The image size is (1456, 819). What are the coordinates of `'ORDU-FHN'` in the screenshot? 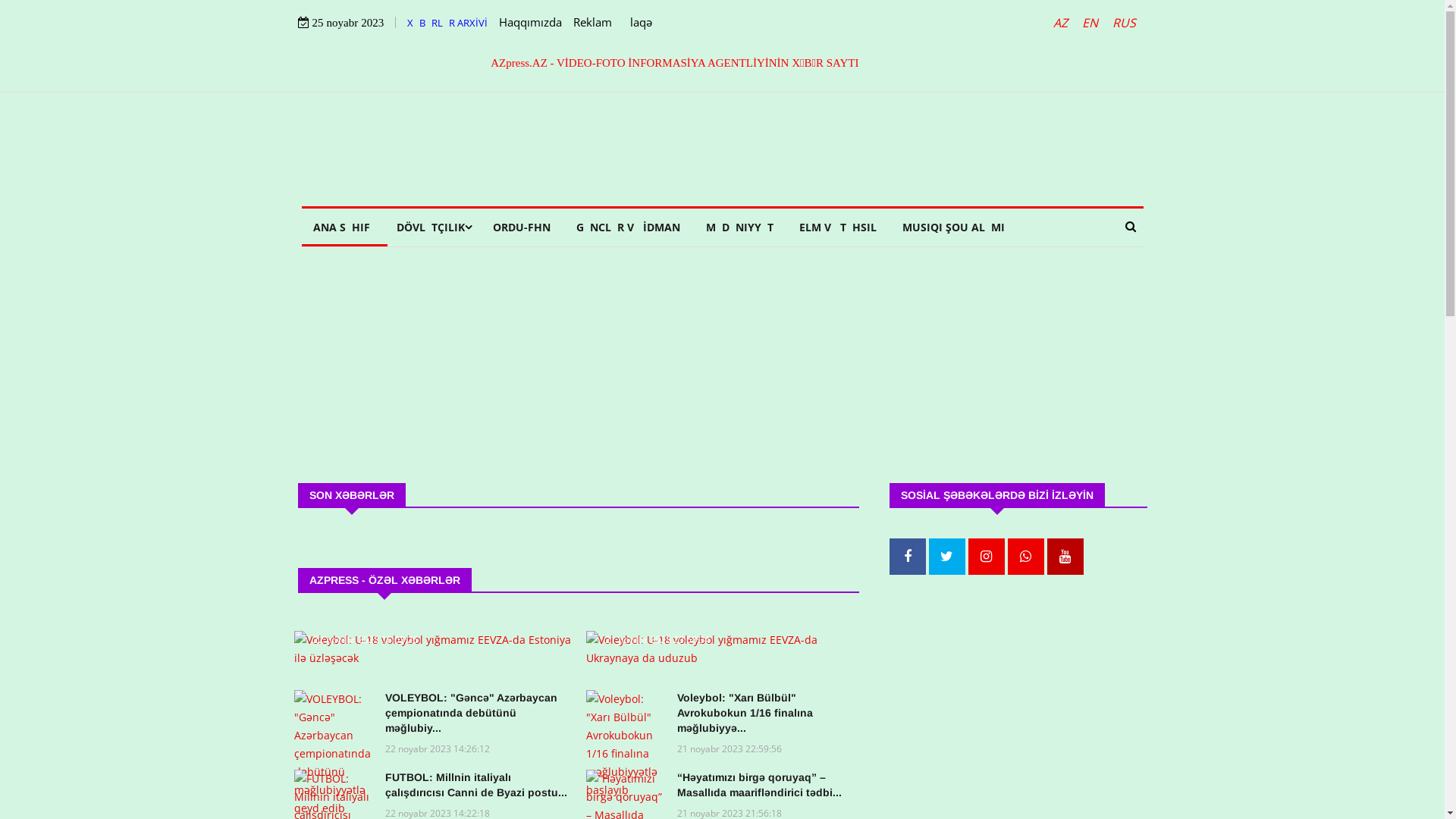 It's located at (520, 227).